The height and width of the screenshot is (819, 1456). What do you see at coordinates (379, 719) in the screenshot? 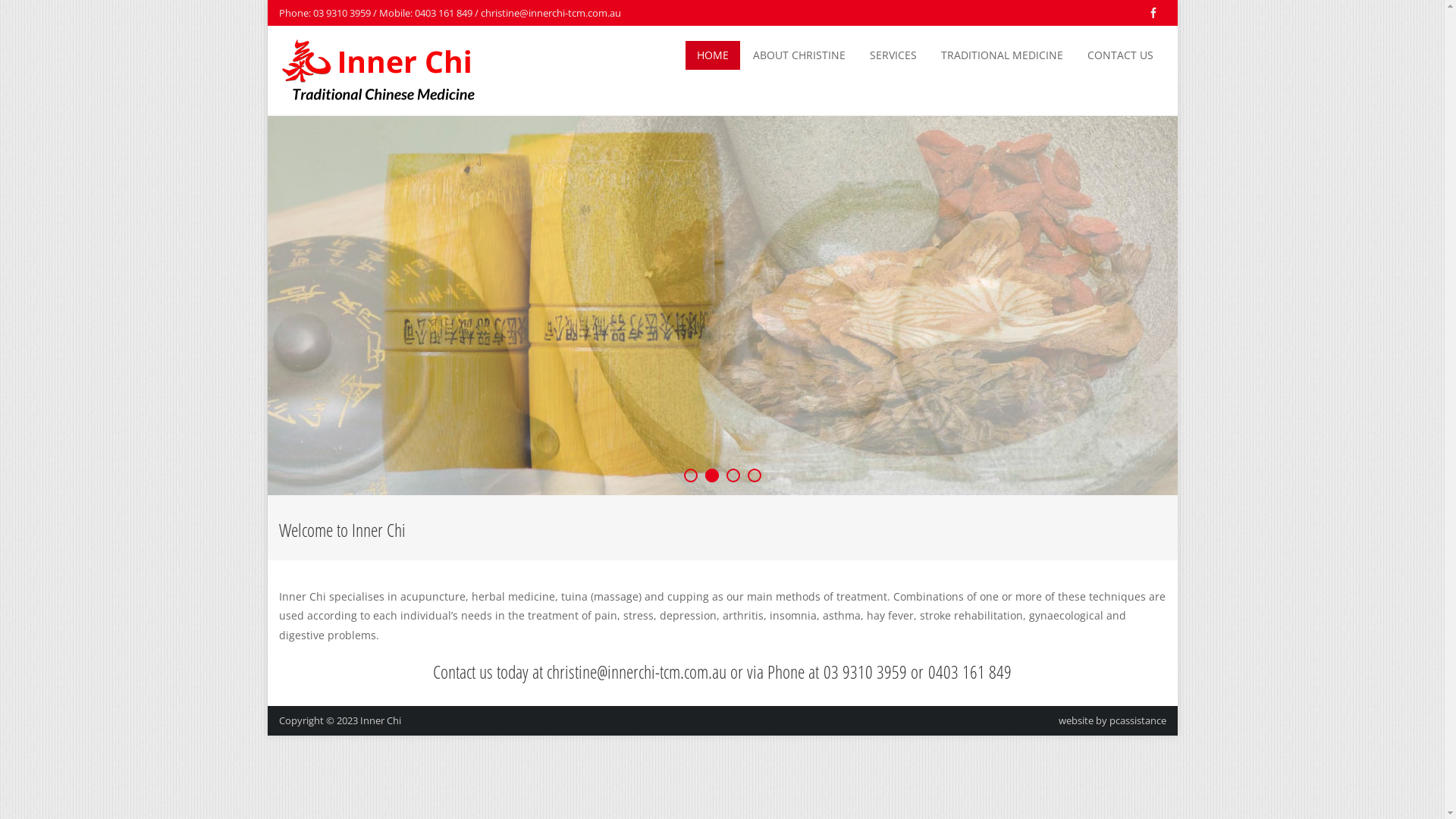
I see `'Inner Chi'` at bounding box center [379, 719].